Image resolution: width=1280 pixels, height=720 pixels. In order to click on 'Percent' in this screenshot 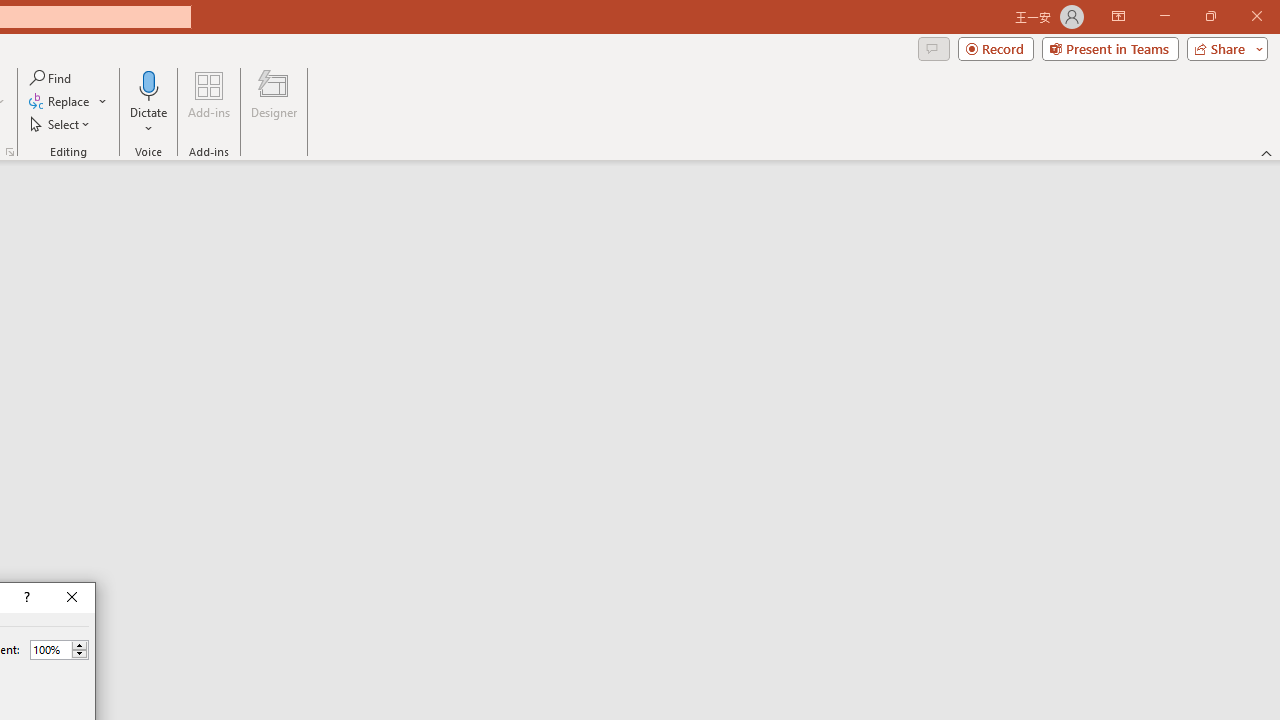, I will do `click(50, 649)`.